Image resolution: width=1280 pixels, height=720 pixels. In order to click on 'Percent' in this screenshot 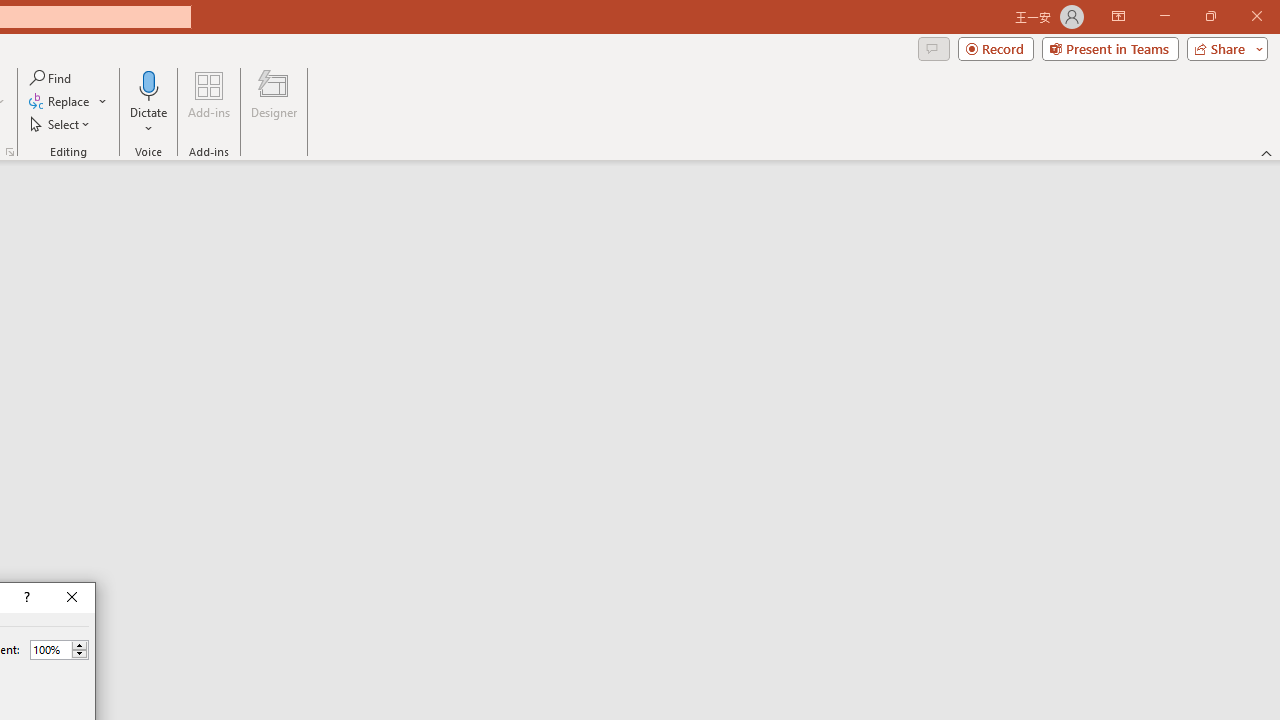, I will do `click(50, 649)`.